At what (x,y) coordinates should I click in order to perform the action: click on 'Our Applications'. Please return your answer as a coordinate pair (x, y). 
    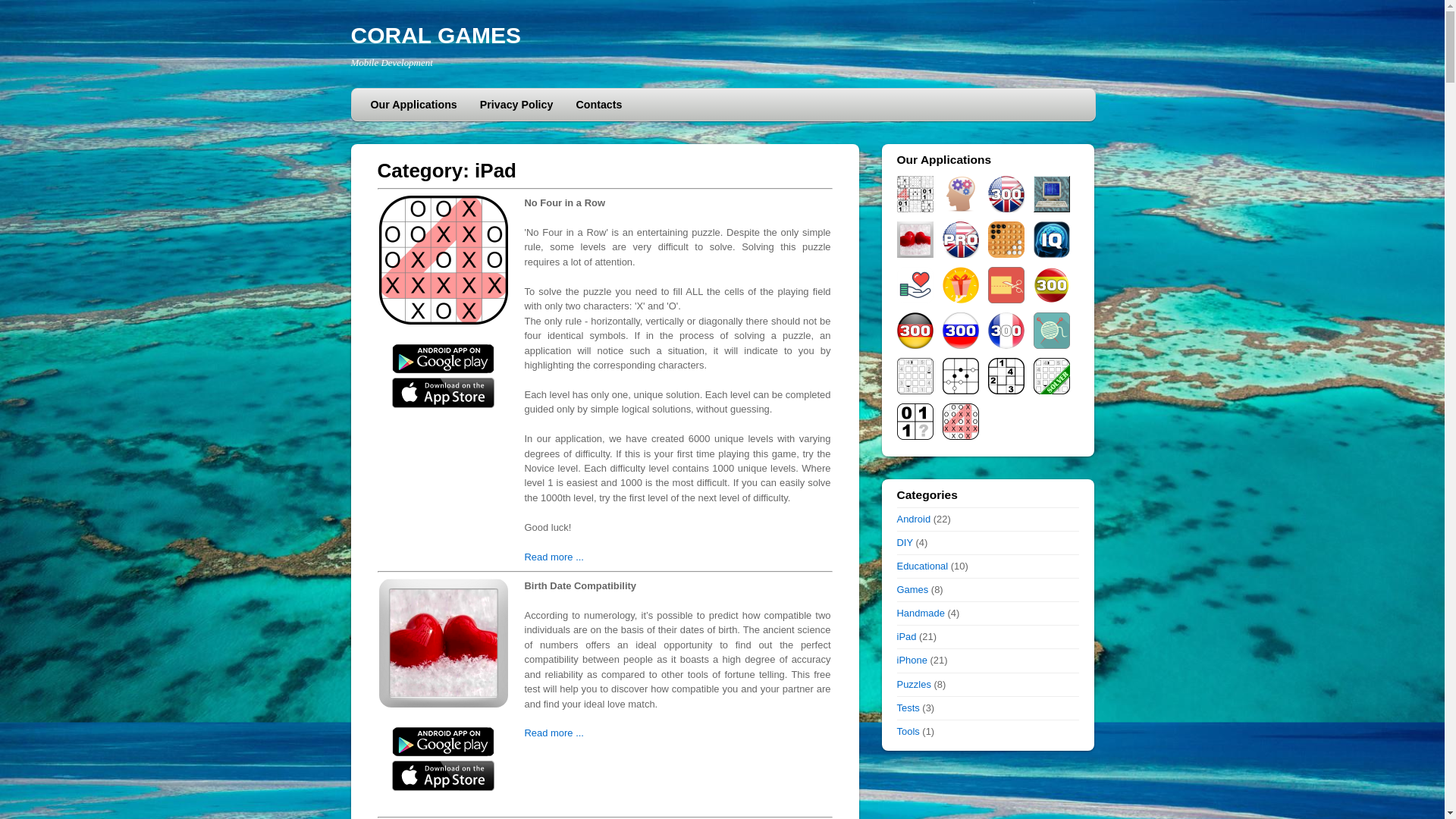
    Looking at the image, I should click on (414, 104).